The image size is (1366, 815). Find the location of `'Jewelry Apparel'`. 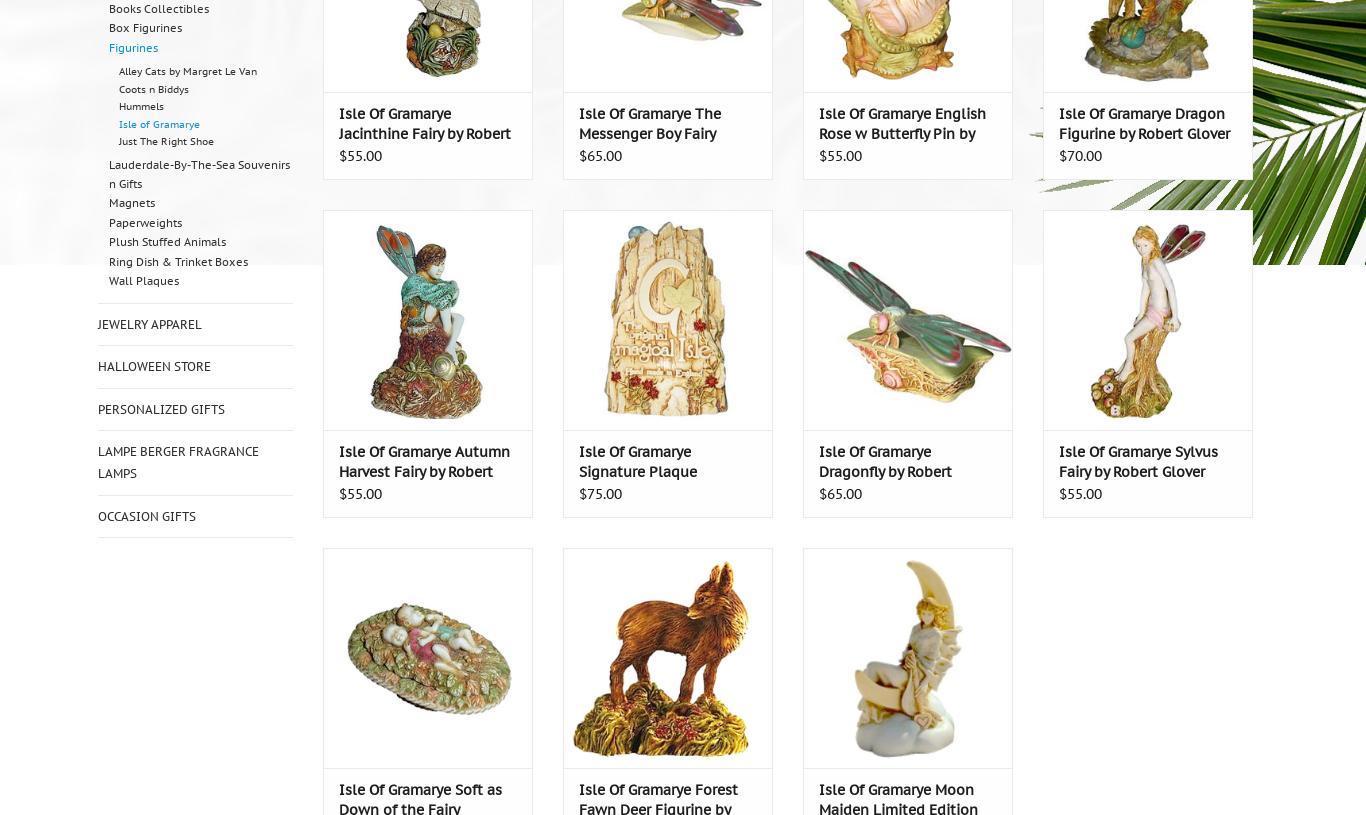

'Jewelry Apparel' is located at coordinates (148, 322).